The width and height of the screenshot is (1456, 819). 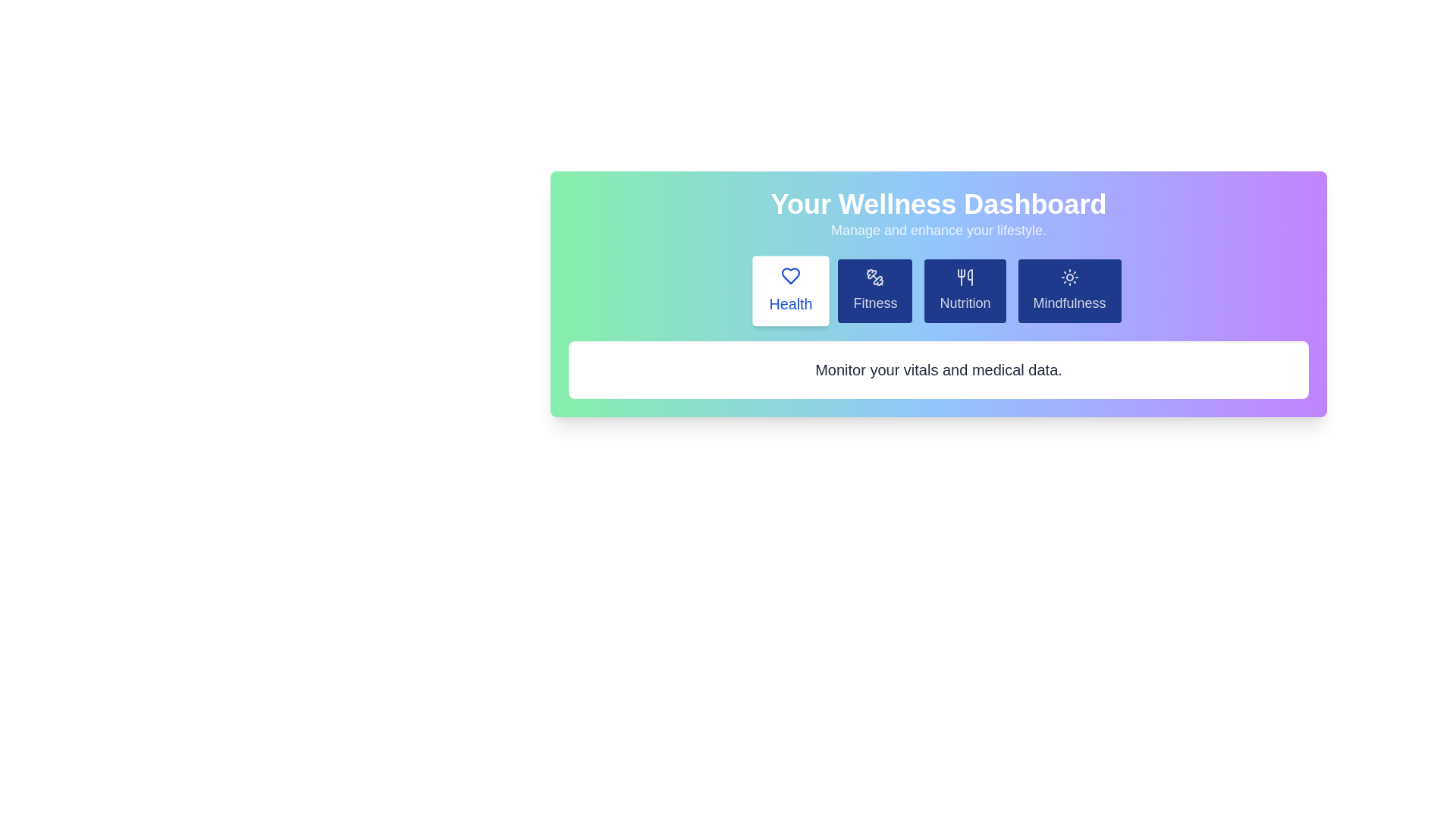 I want to click on the tab labeled Health to preview its hover state, so click(x=790, y=291).